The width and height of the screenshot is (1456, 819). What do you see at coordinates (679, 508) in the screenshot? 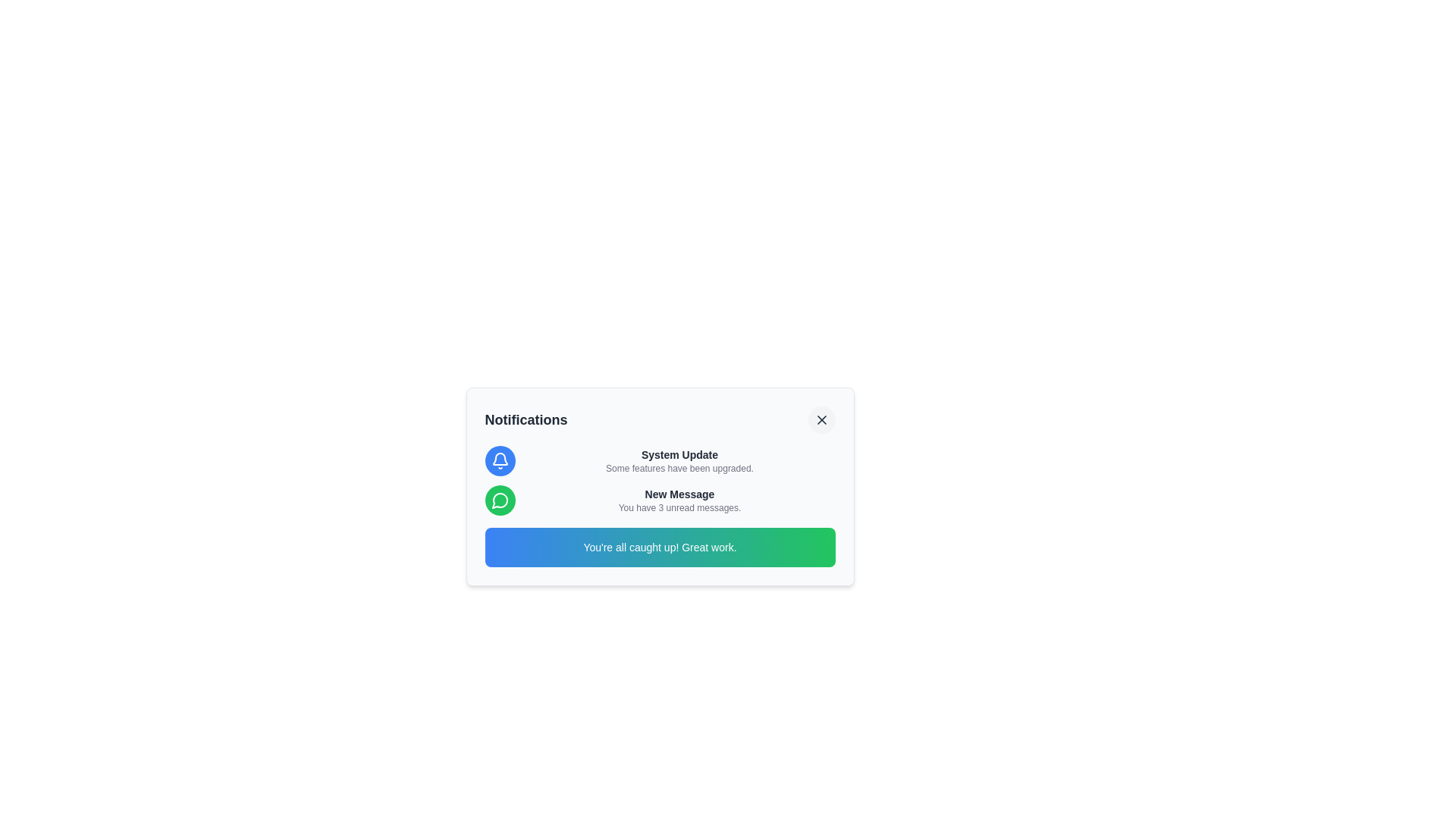
I see `the text element that reads 'You have 3 unread messages.', which is positioned below the bolded heading 'New Message'` at bounding box center [679, 508].